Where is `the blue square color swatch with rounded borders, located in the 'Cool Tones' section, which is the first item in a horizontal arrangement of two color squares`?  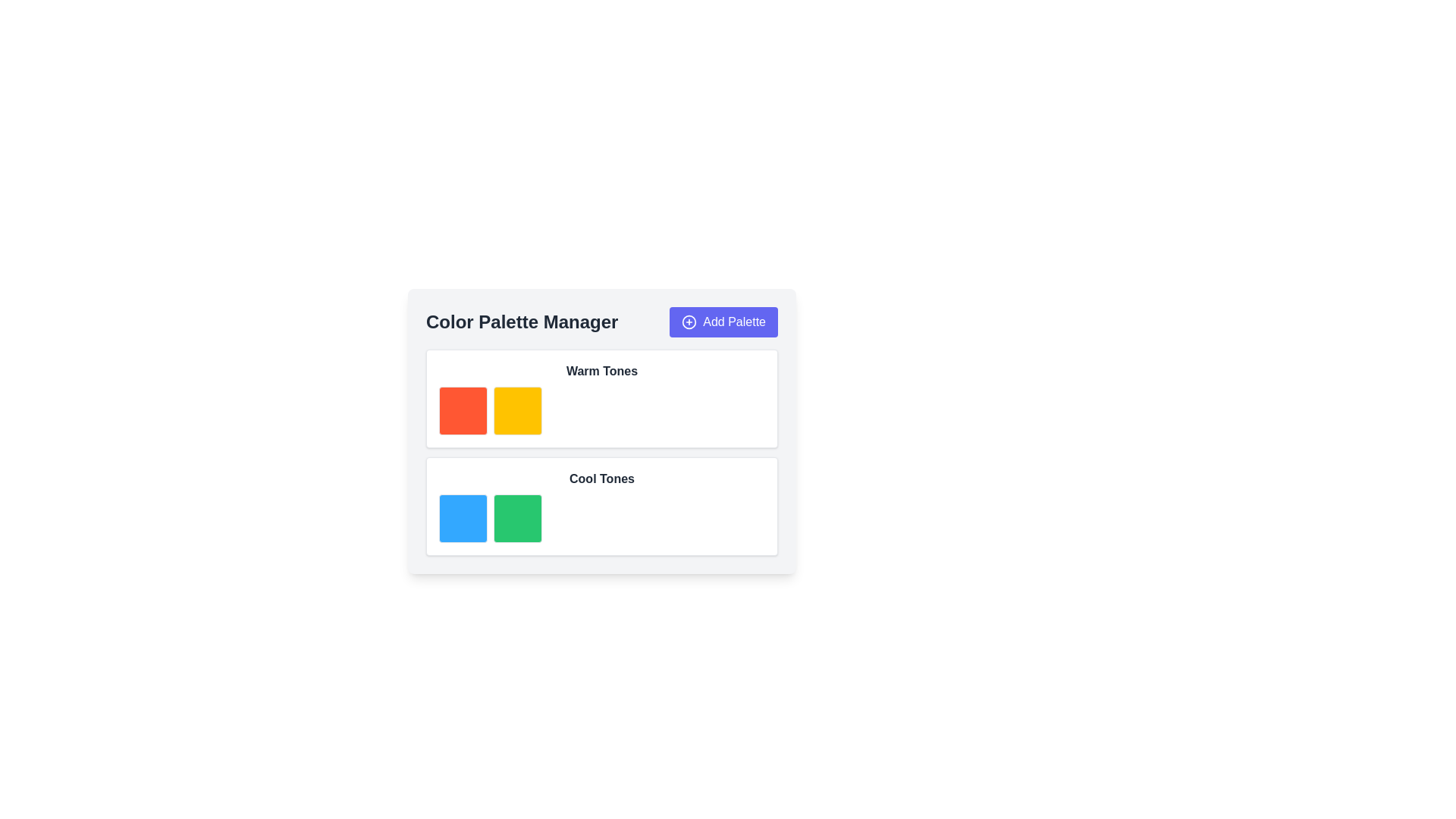 the blue square color swatch with rounded borders, located in the 'Cool Tones' section, which is the first item in a horizontal arrangement of two color squares is located at coordinates (462, 517).